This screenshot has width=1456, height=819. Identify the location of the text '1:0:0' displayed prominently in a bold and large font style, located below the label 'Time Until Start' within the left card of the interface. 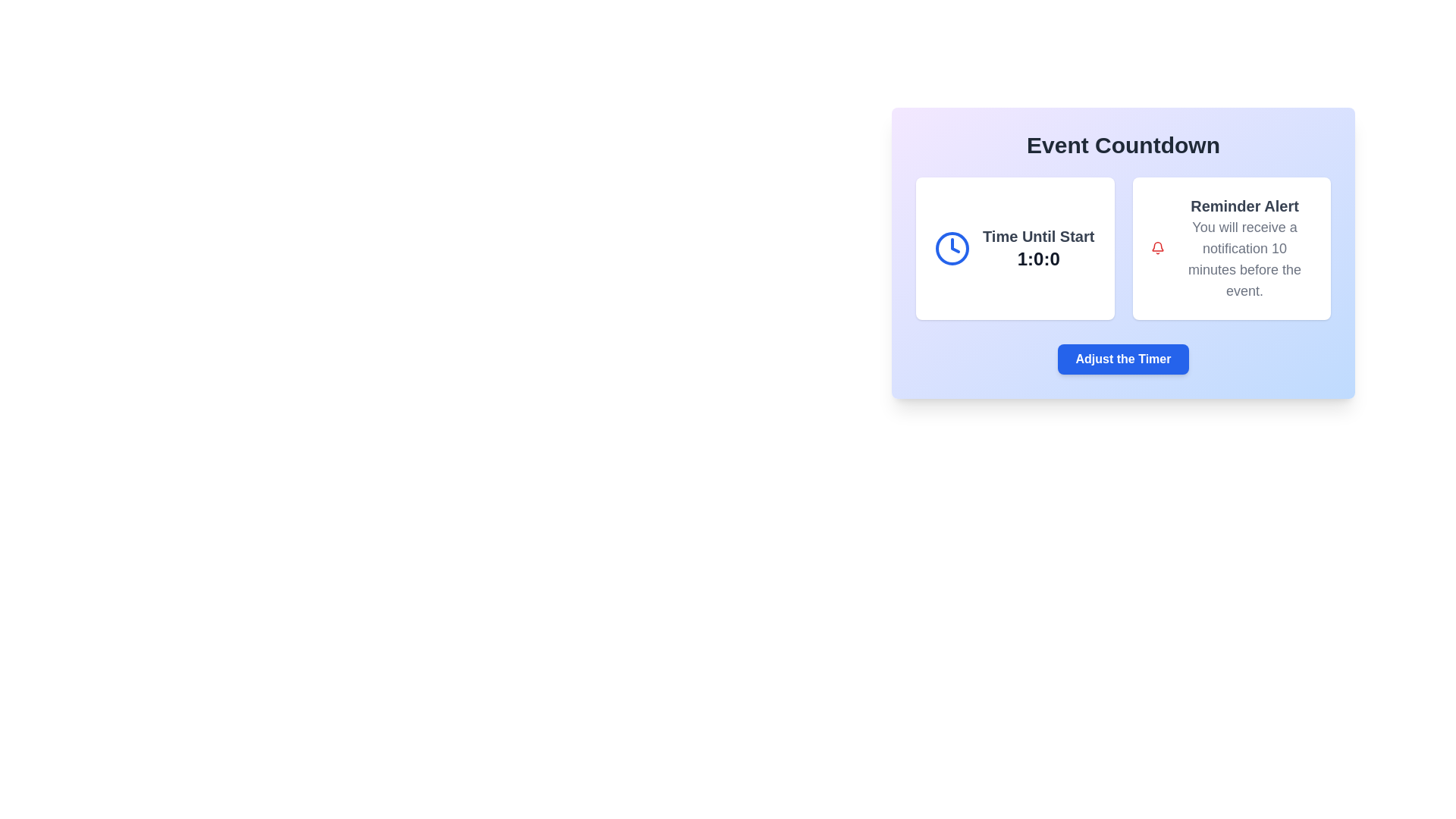
(1037, 259).